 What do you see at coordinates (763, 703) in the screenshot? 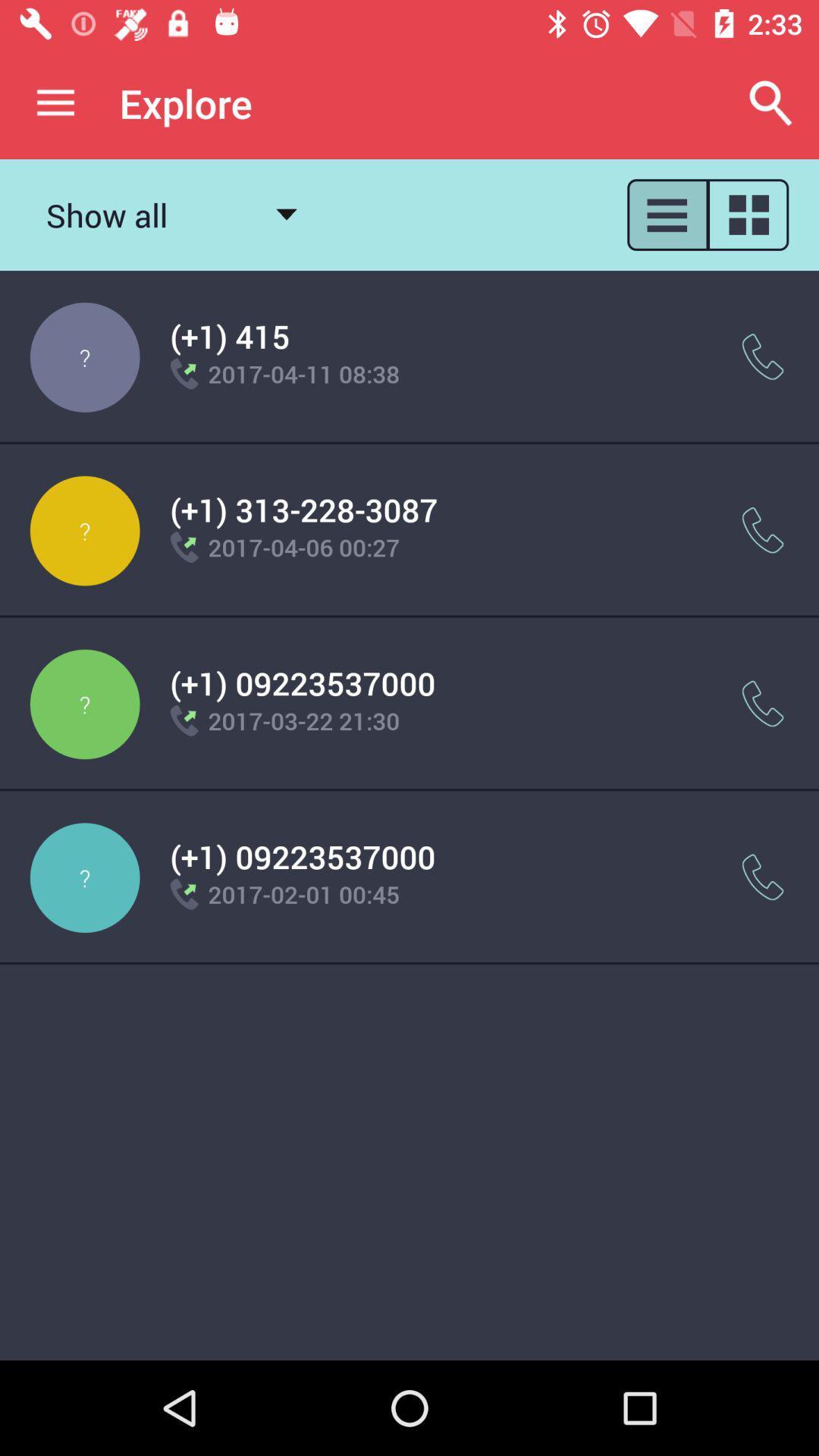
I see `calling` at bounding box center [763, 703].